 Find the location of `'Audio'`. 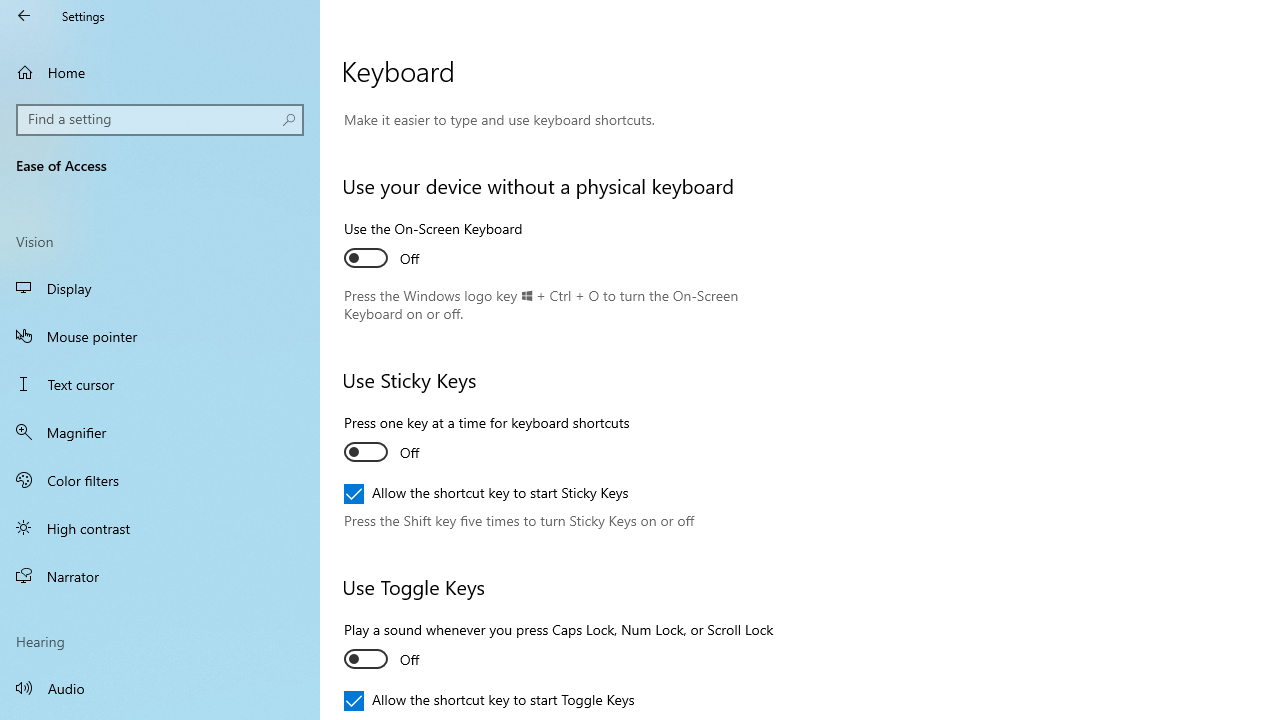

'Audio' is located at coordinates (160, 686).